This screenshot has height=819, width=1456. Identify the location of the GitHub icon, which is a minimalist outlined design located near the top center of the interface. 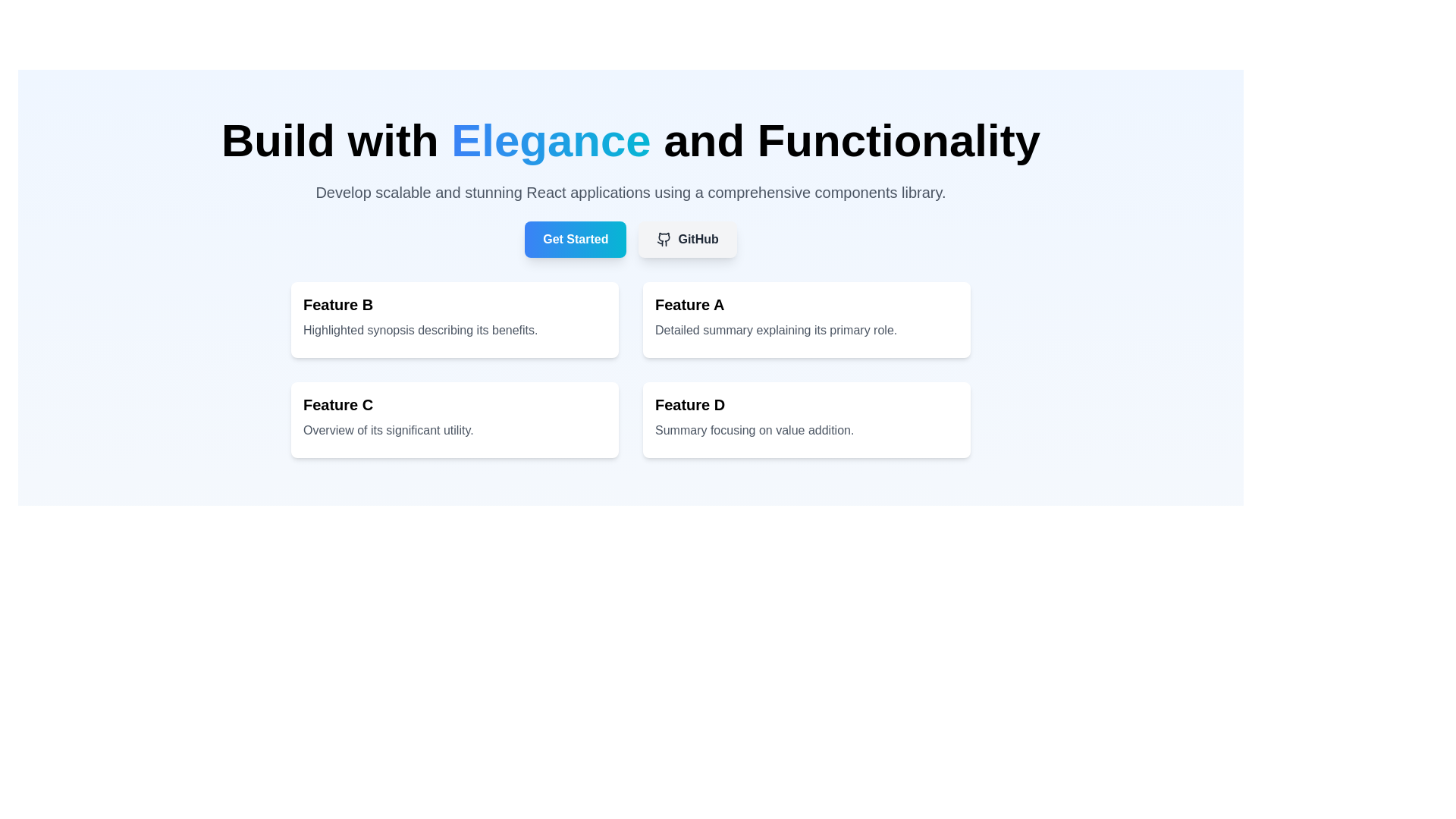
(664, 239).